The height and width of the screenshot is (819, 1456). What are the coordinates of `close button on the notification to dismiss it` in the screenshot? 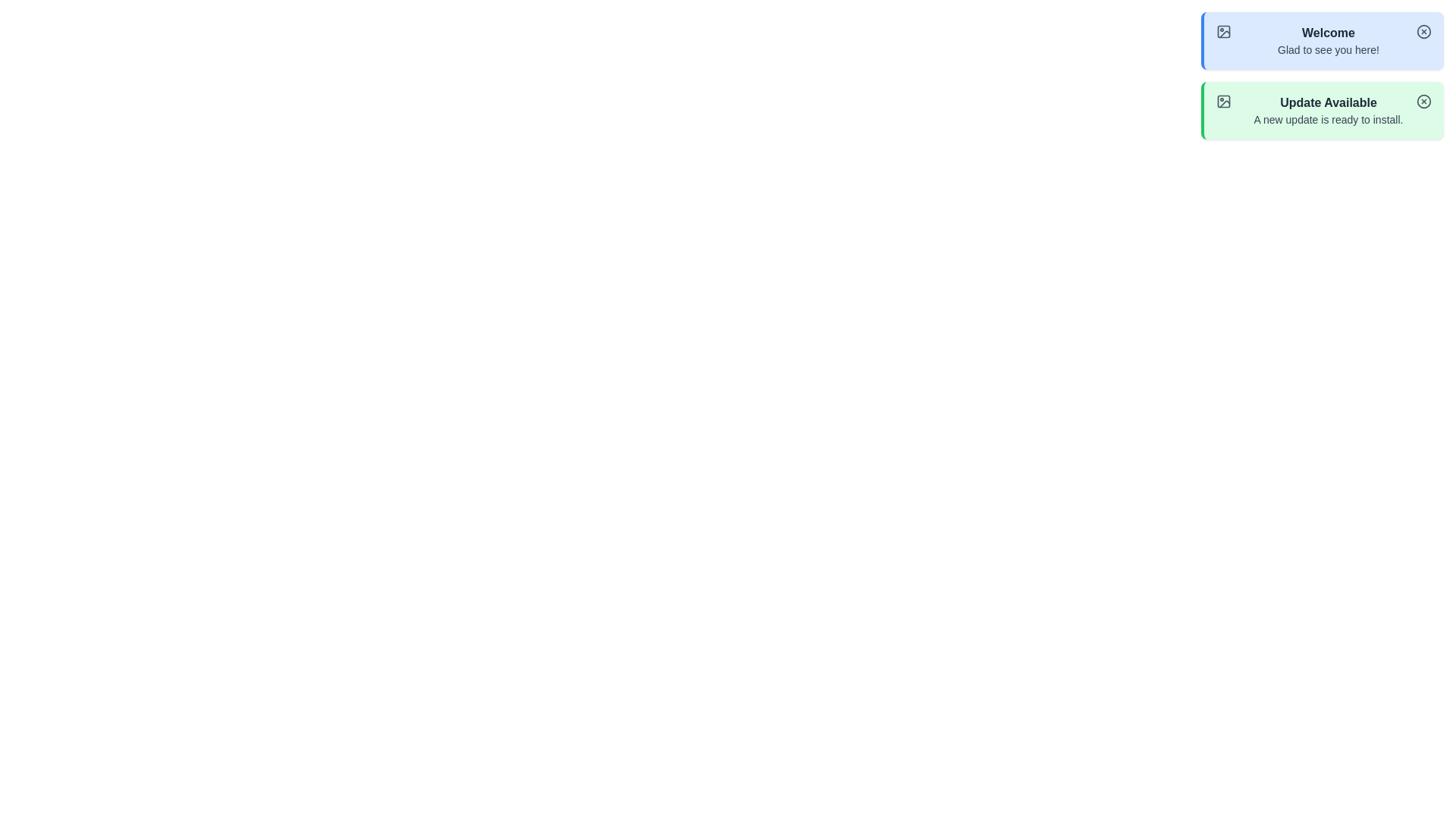 It's located at (1423, 32).